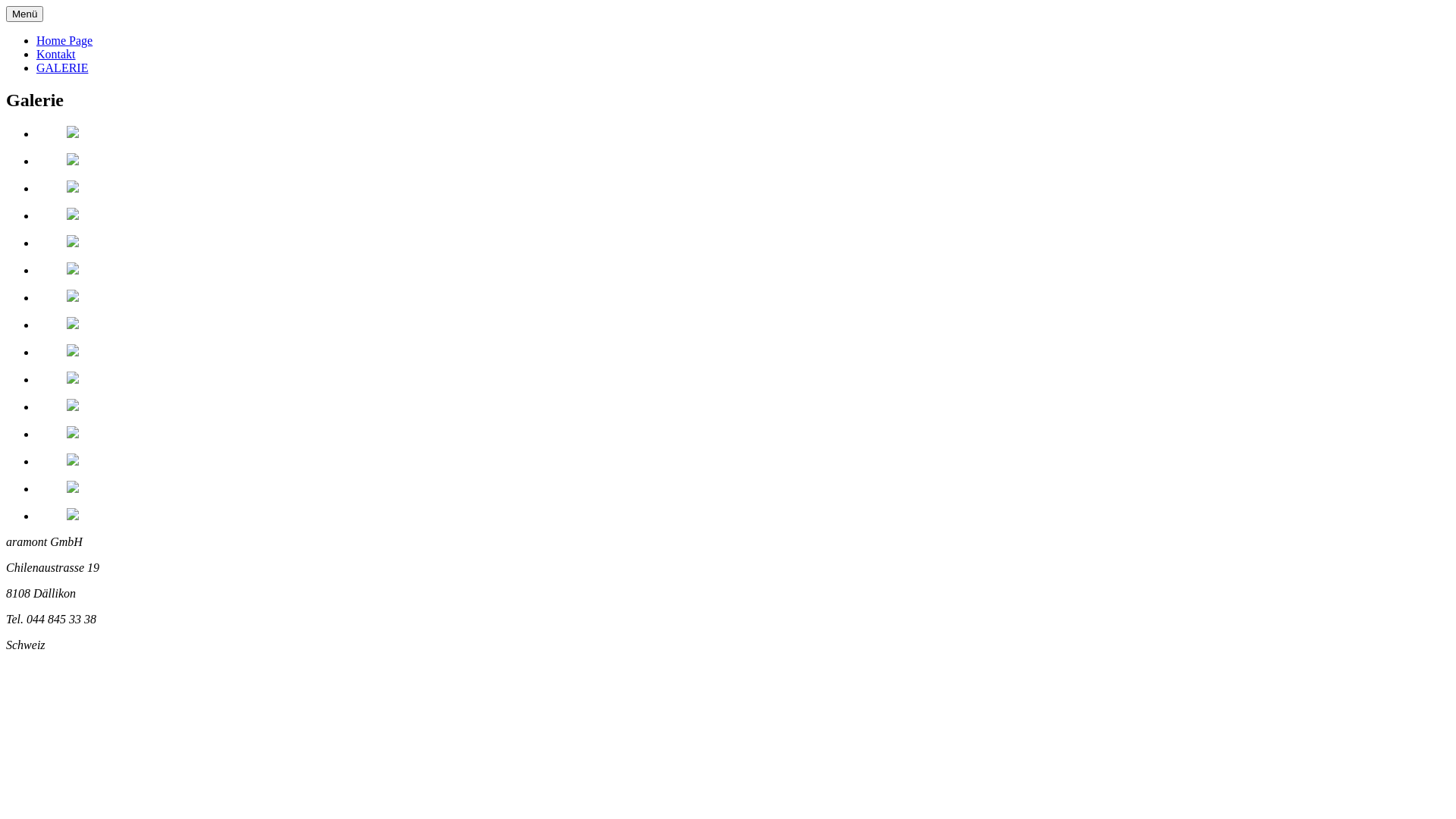  I want to click on 'Kontakt', so click(55, 53).